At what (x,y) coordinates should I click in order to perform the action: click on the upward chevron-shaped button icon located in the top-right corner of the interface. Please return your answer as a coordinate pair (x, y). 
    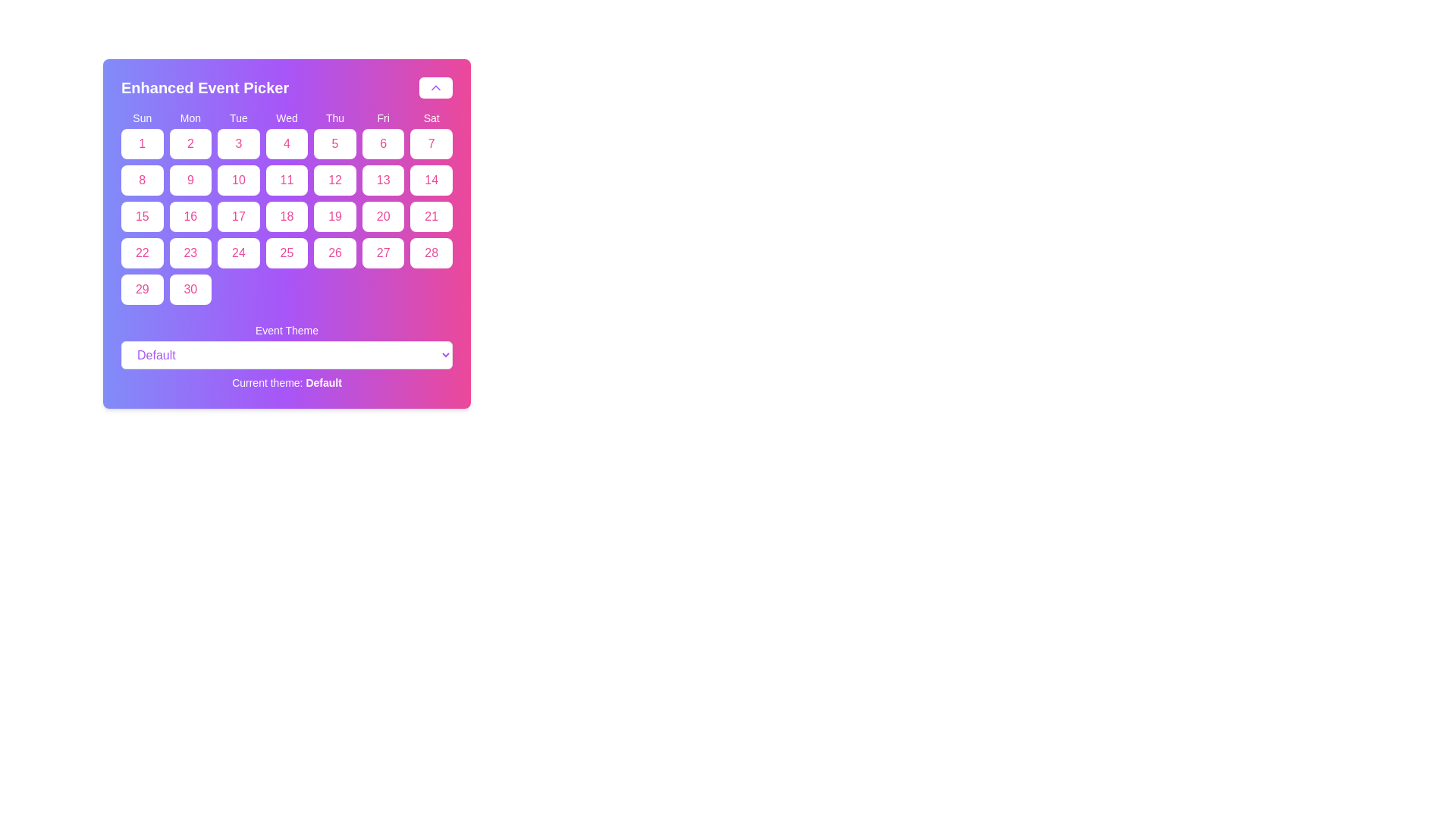
    Looking at the image, I should click on (435, 87).